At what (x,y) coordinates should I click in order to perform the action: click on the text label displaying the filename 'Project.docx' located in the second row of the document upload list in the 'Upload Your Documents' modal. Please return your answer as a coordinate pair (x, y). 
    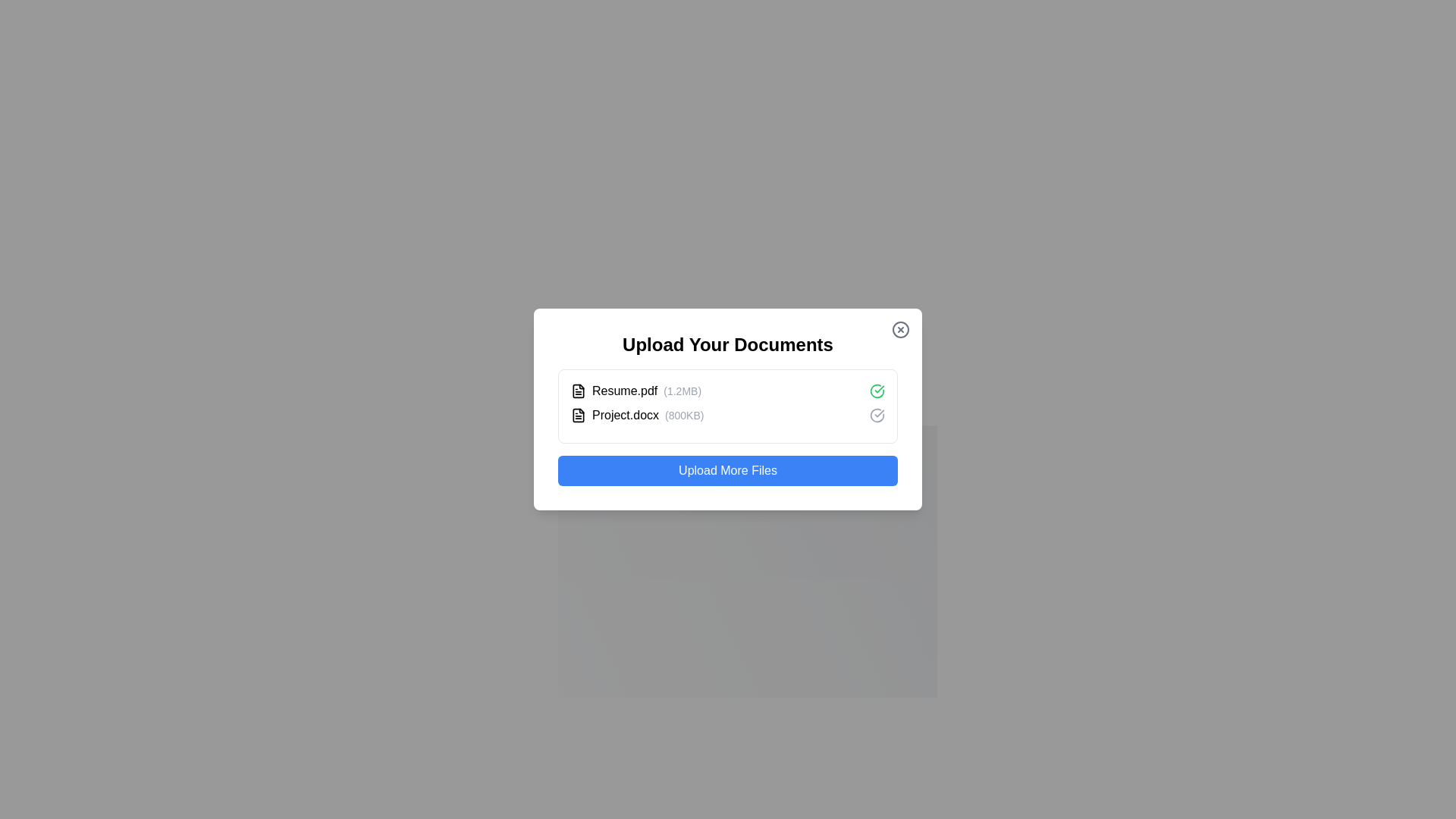
    Looking at the image, I should click on (626, 415).